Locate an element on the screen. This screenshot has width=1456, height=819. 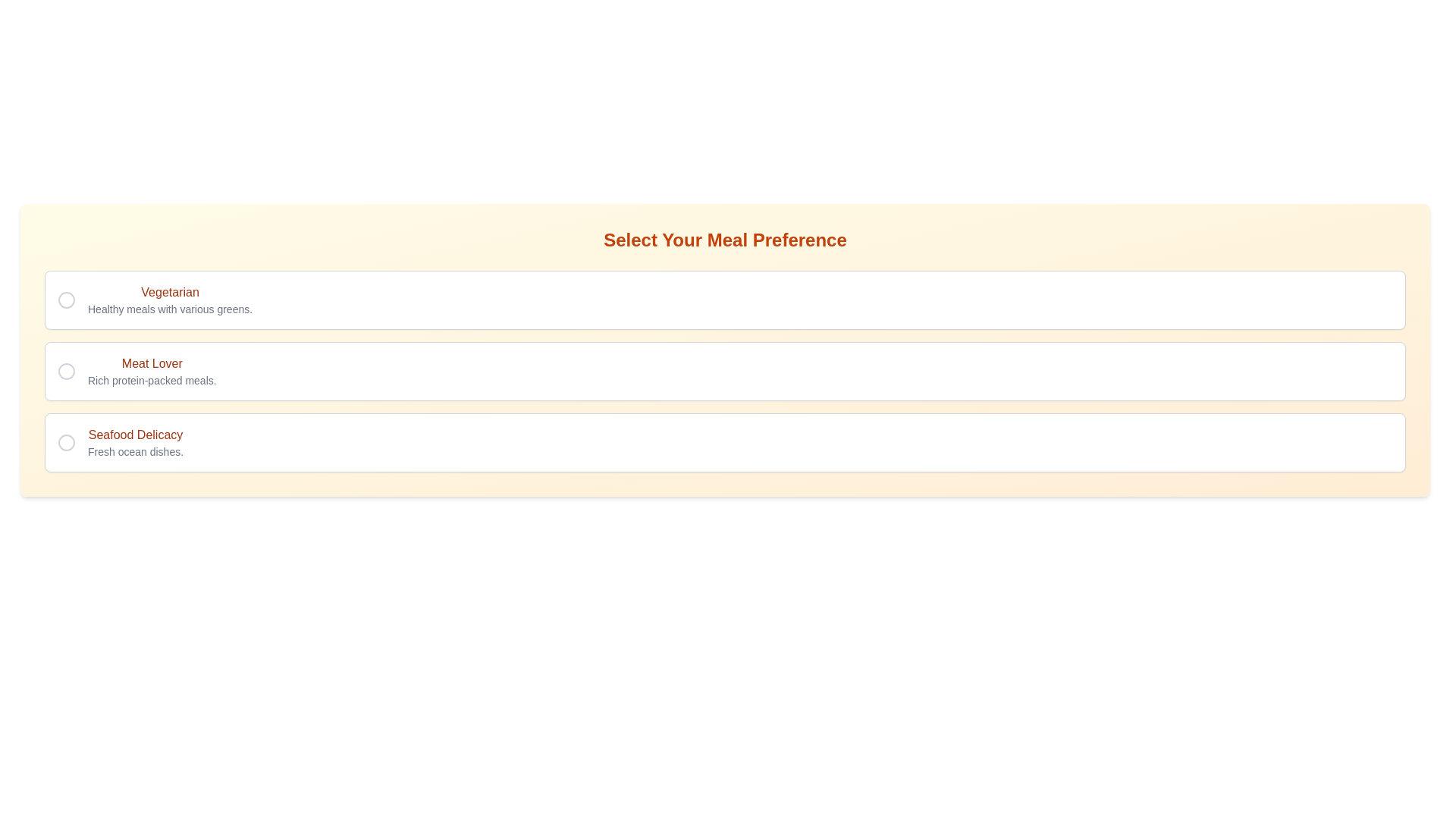
descriptive title and details for the 'Vegetarian' meal preference option in the first card of the vertical list of selectable meal preferences is located at coordinates (170, 300).